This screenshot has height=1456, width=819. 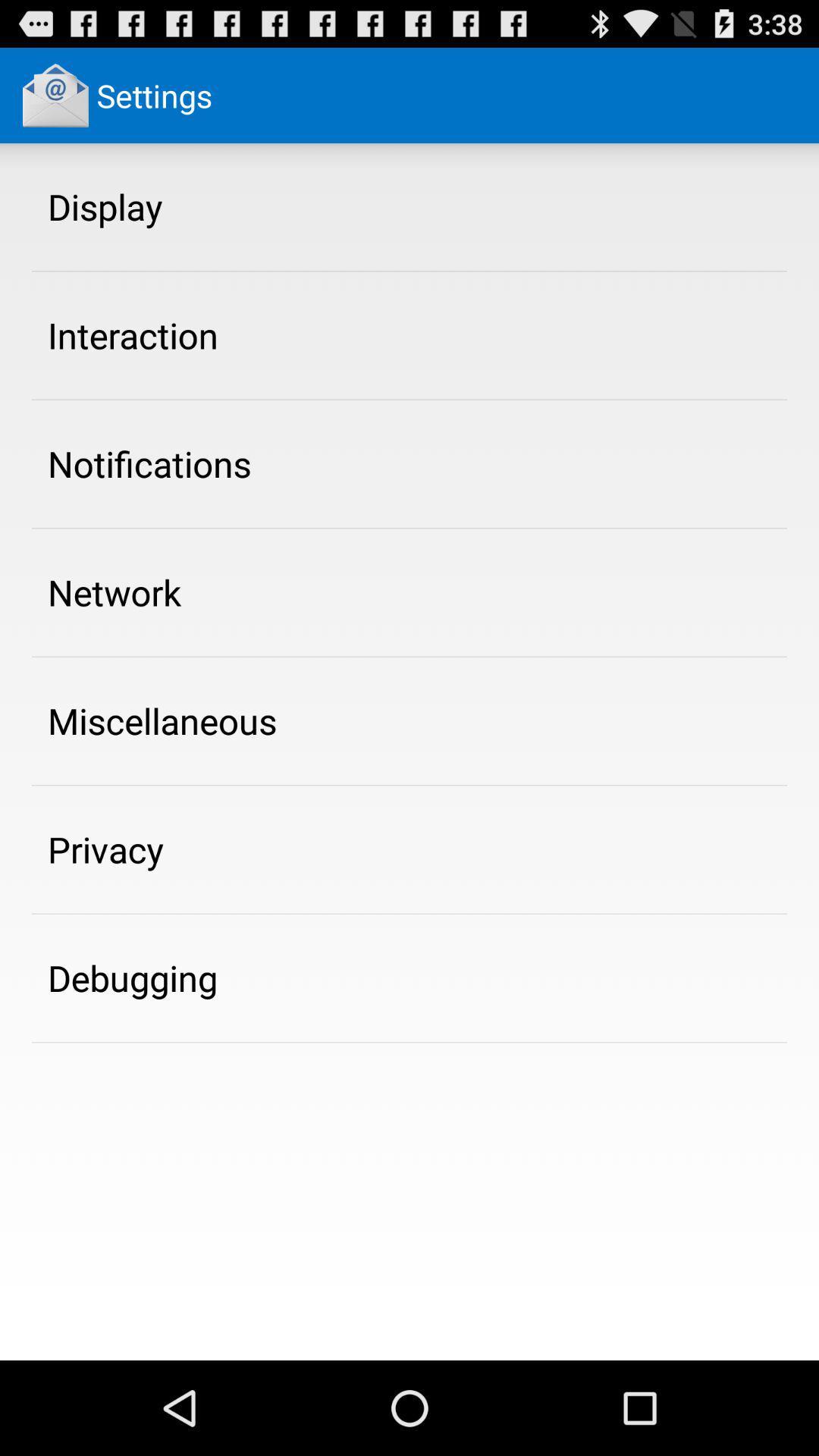 I want to click on the miscellaneous item, so click(x=162, y=720).